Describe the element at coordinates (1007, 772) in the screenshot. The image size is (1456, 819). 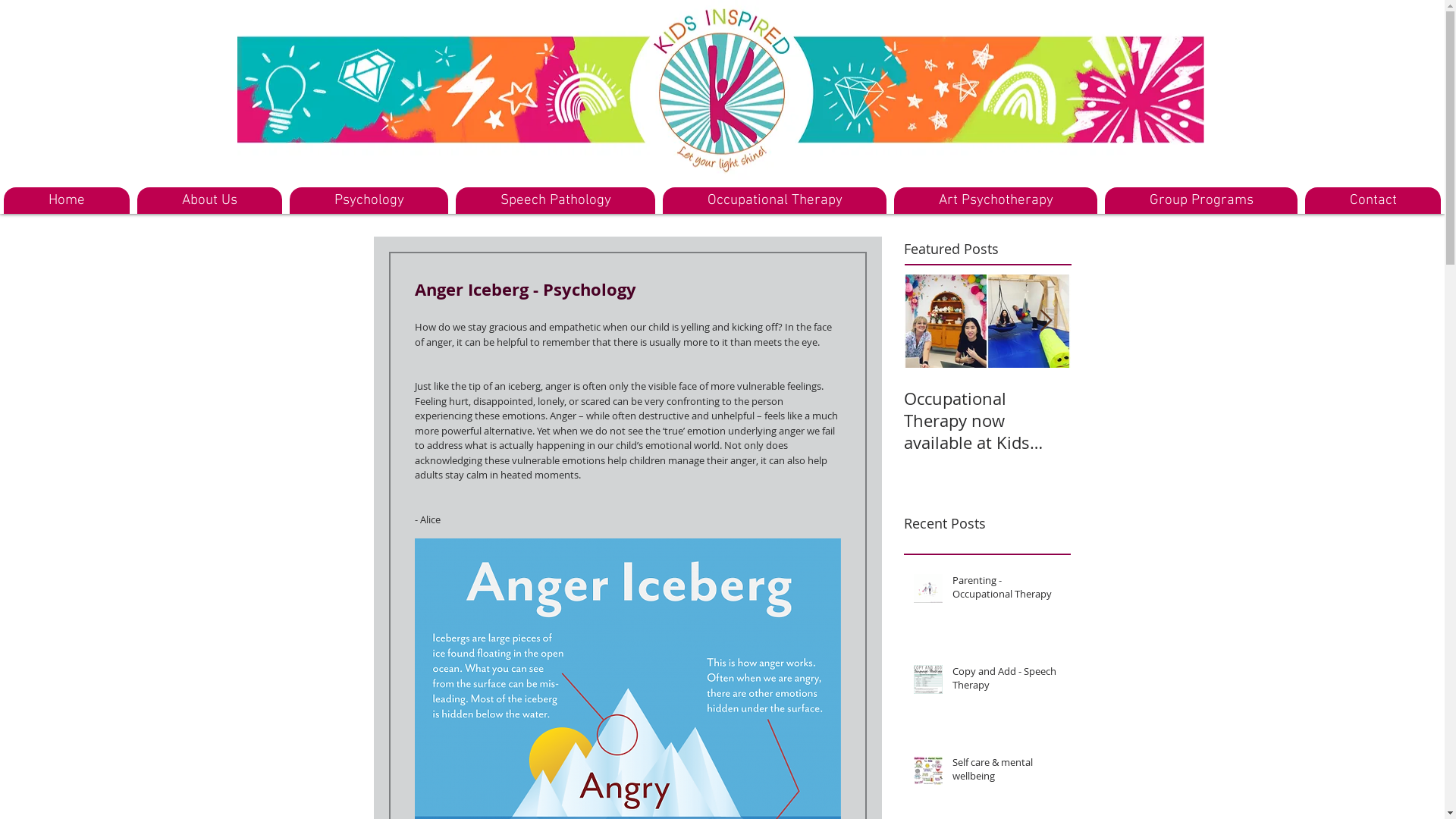
I see `'Self care & mental wellbeing'` at that location.